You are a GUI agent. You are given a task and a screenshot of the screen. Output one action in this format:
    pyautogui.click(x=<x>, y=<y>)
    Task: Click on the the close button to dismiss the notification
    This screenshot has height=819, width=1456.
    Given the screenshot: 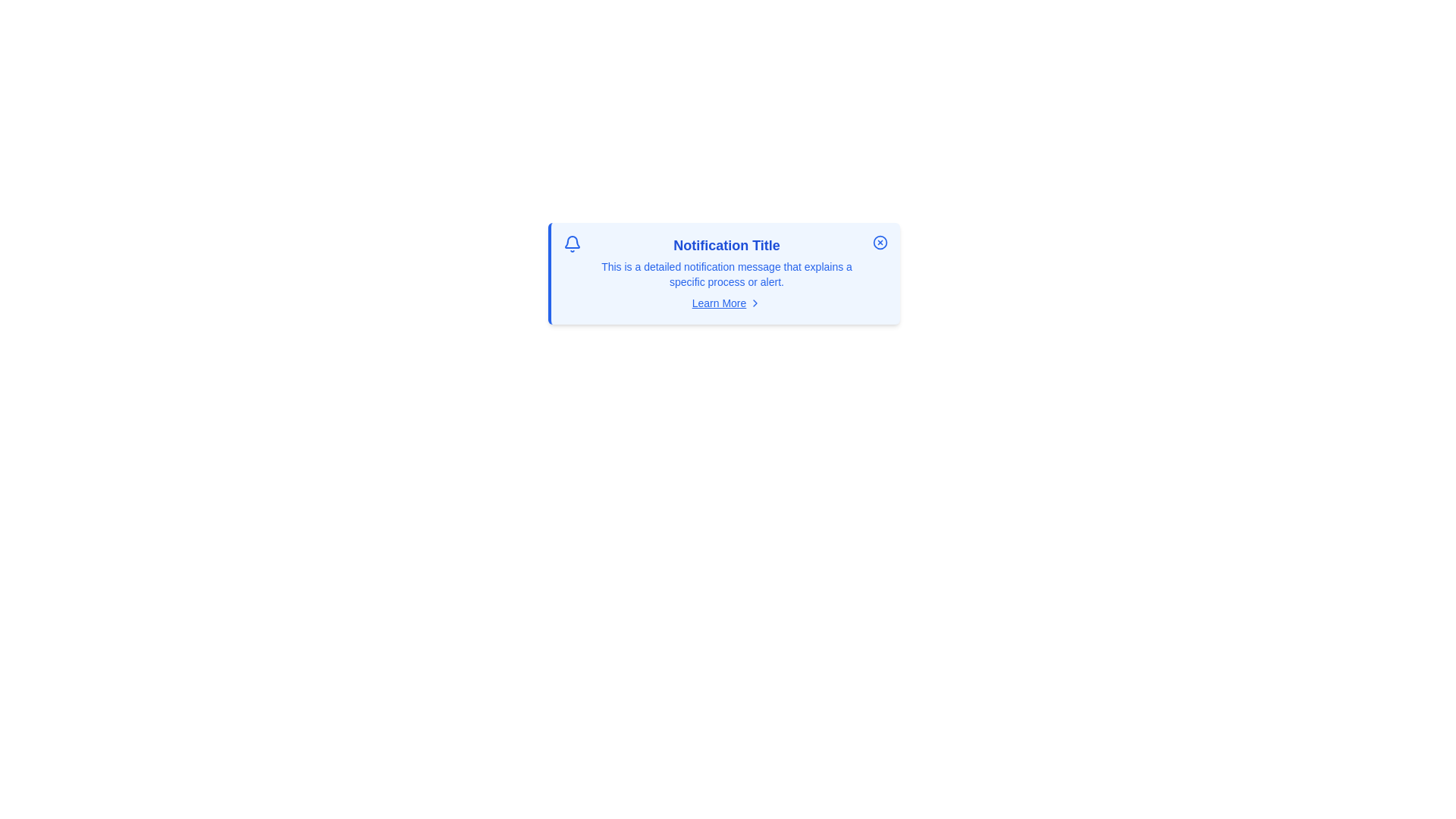 What is the action you would take?
    pyautogui.click(x=880, y=242)
    